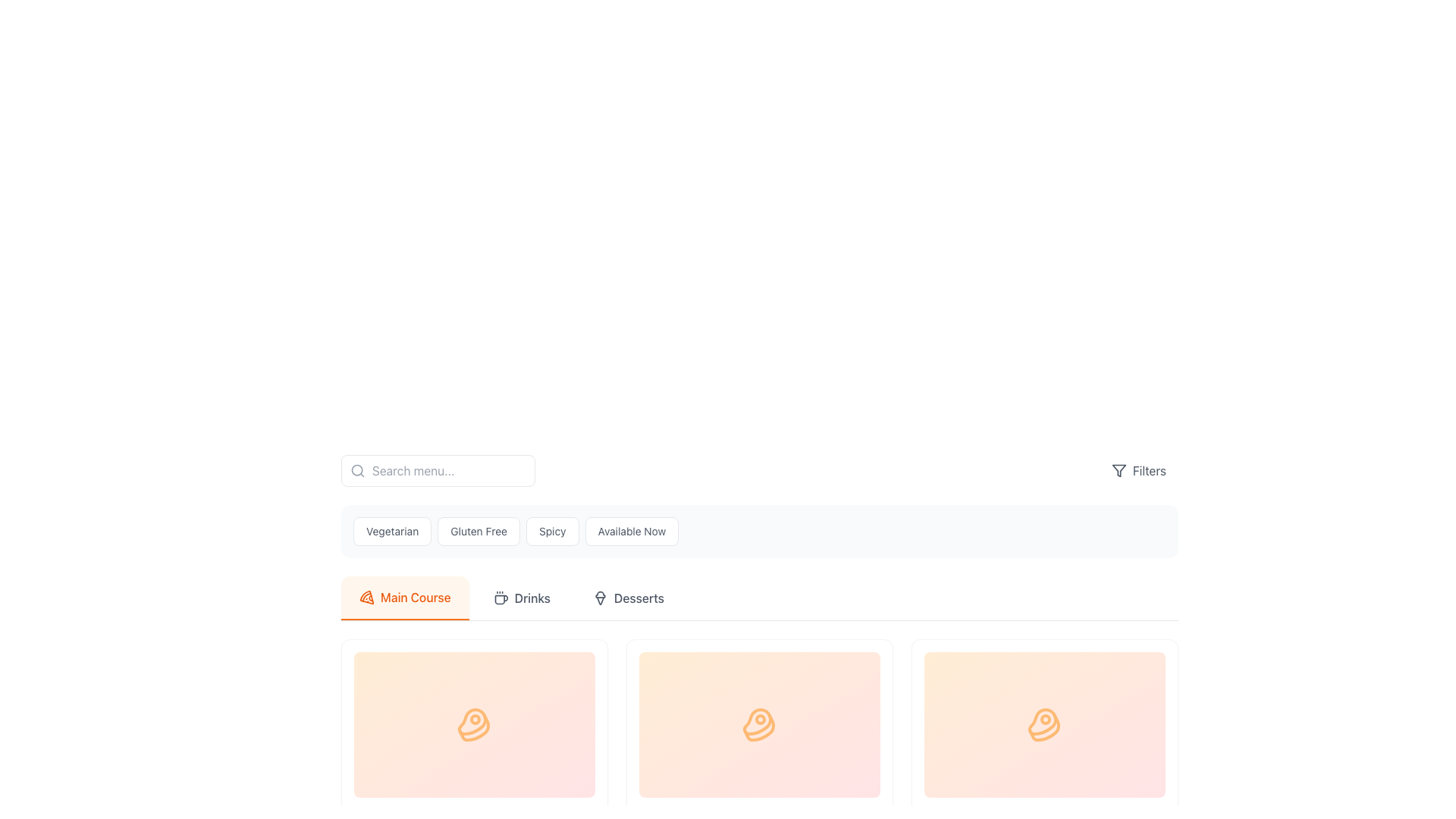  Describe the element at coordinates (1043, 724) in the screenshot. I see `the rightmost item in the 'Main Course' section, which represents a dish or food item from the menu` at that location.